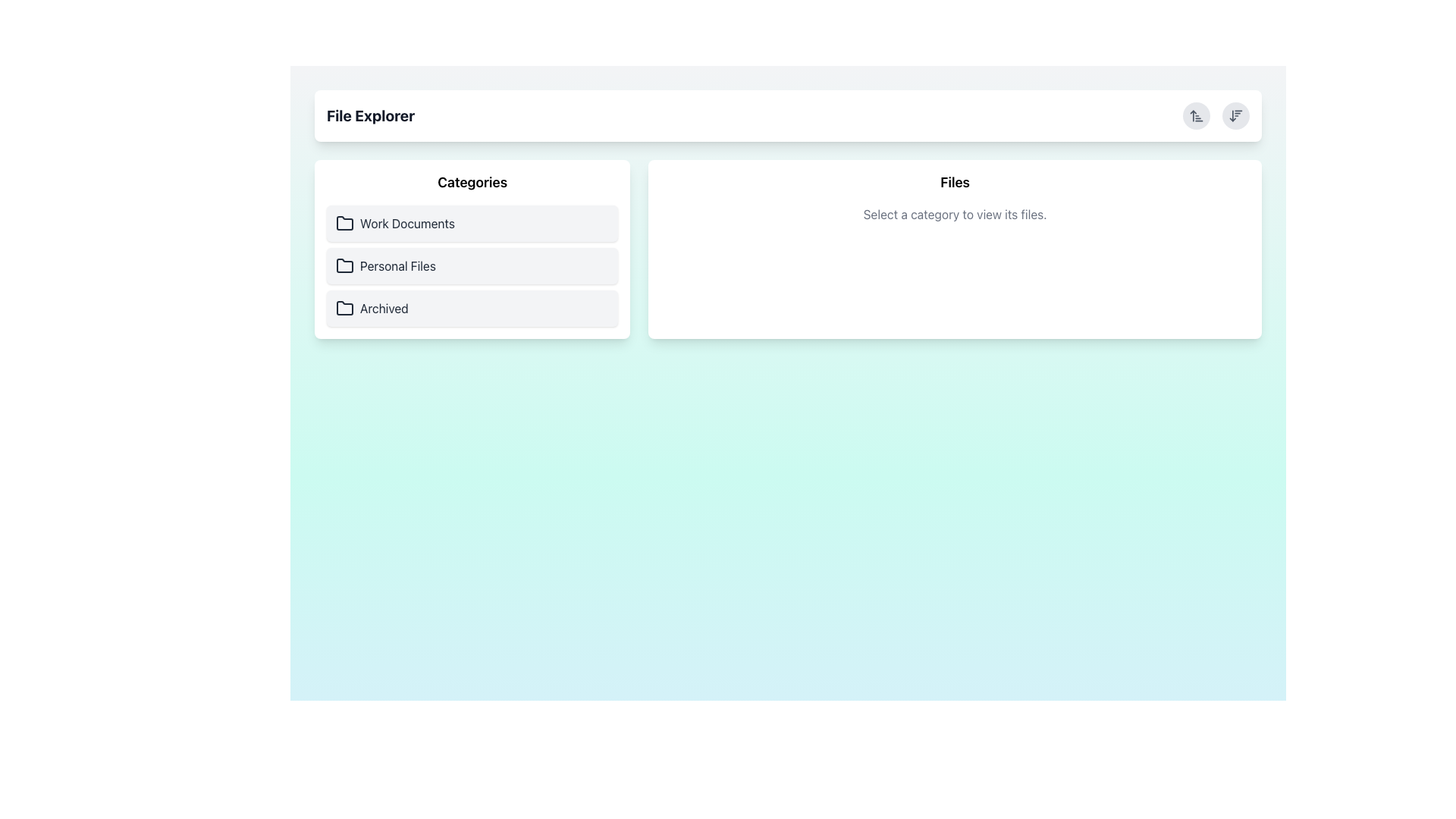 The image size is (1456, 819). What do you see at coordinates (344, 307) in the screenshot?
I see `the third folder icon in the vertical list of categories labeled 'Archived' under the 'Categories' header on the left panel` at bounding box center [344, 307].